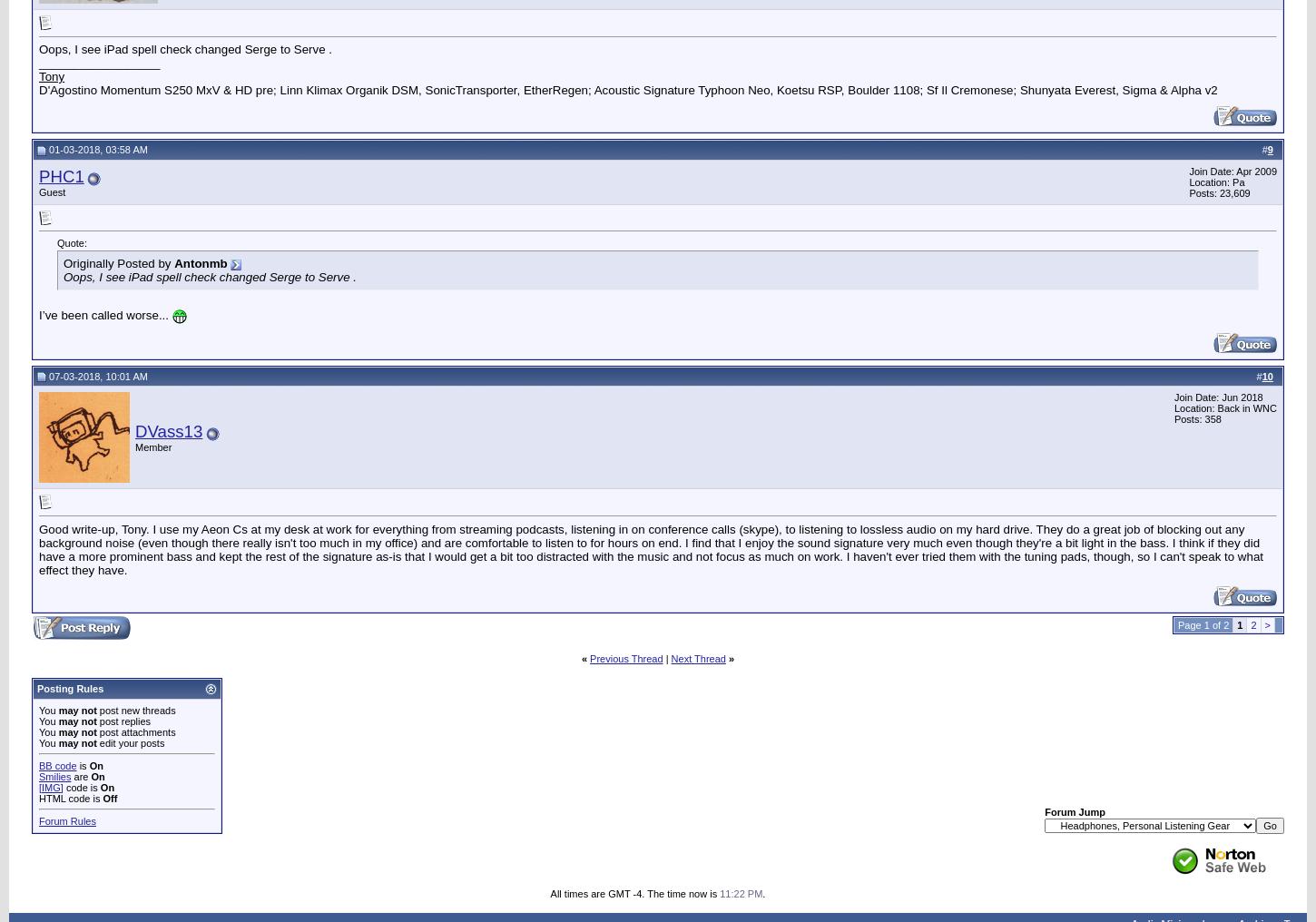 The height and width of the screenshot is (922, 1316). Describe the element at coordinates (81, 775) in the screenshot. I see `'are'` at that location.